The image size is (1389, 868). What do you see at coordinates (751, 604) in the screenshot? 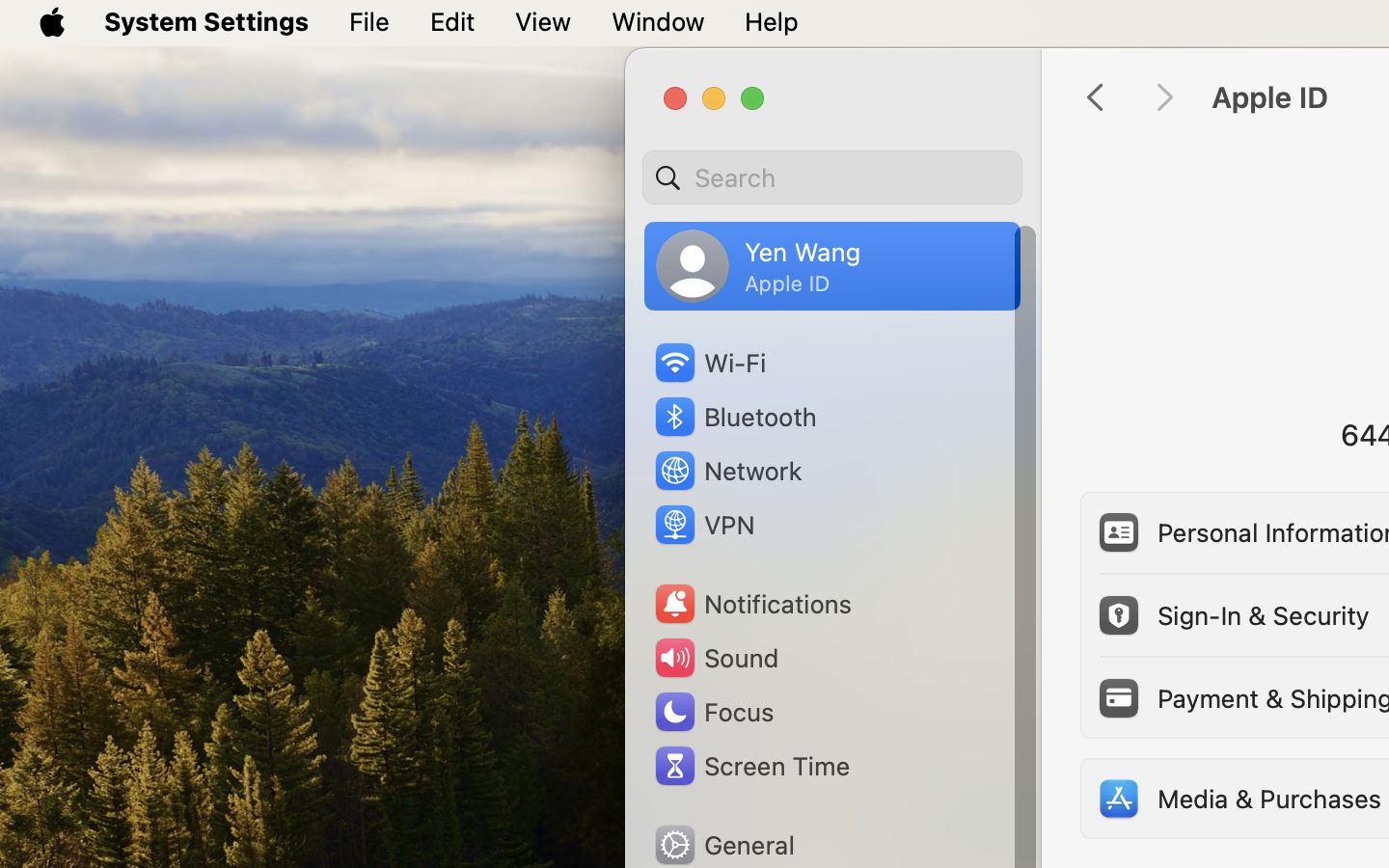
I see `'Notifications'` at bounding box center [751, 604].